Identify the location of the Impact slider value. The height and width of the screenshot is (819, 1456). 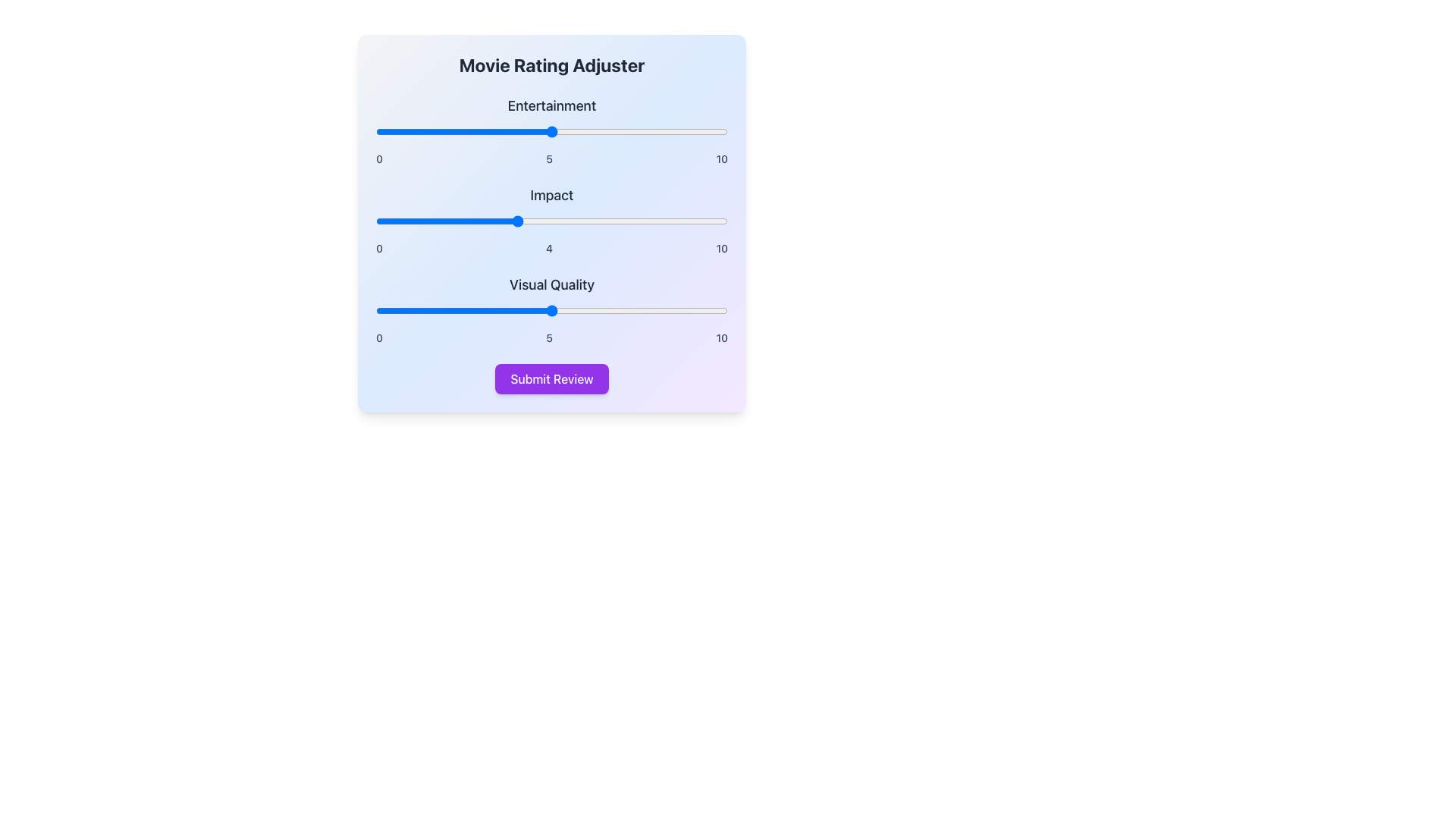
(622, 221).